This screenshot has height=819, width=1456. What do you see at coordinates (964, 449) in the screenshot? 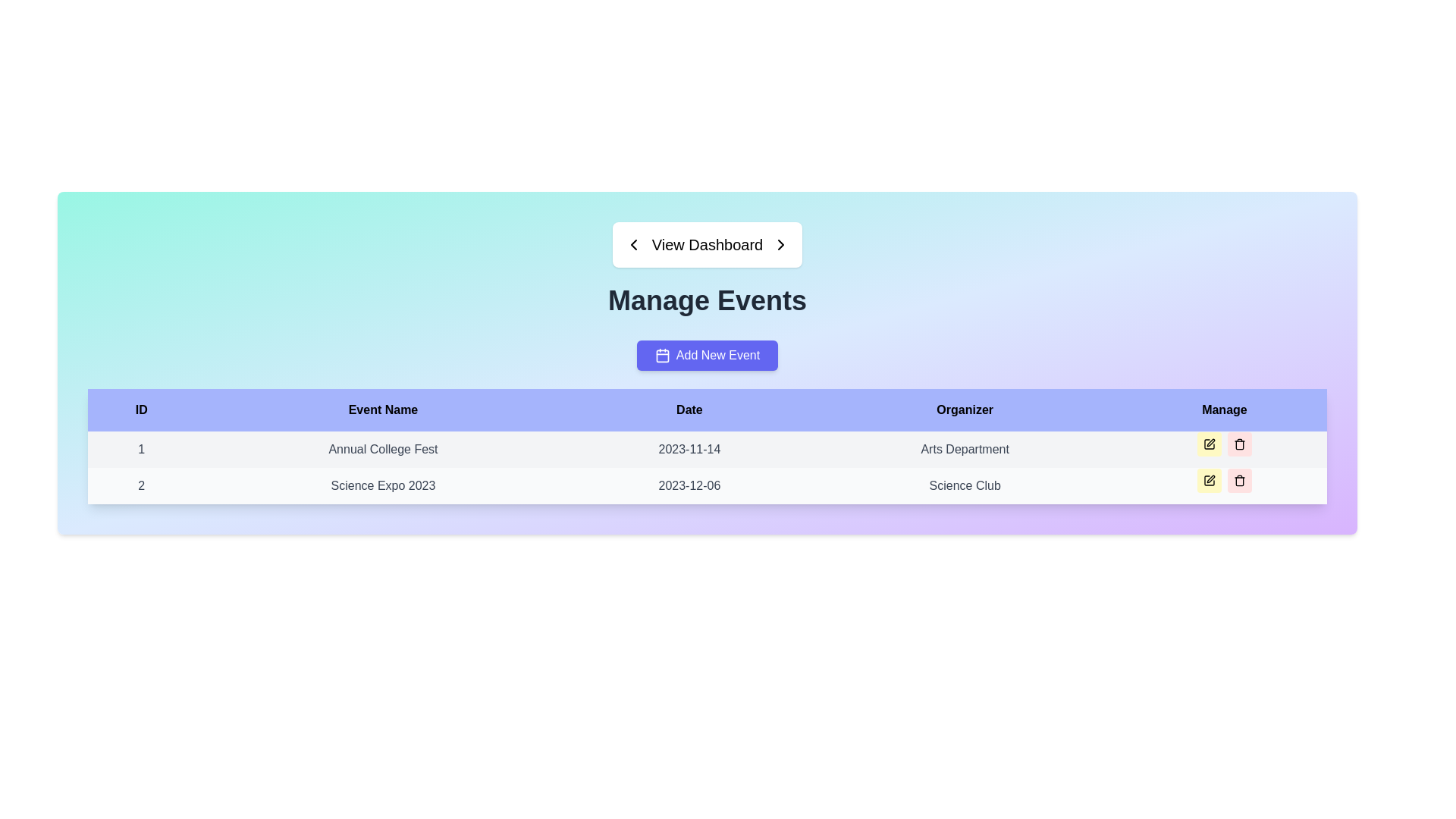
I see `text content of the 'Arts Department' label, which is displayed in a slightly bold gray font under the 'Organizer' column of the table structure` at bounding box center [964, 449].